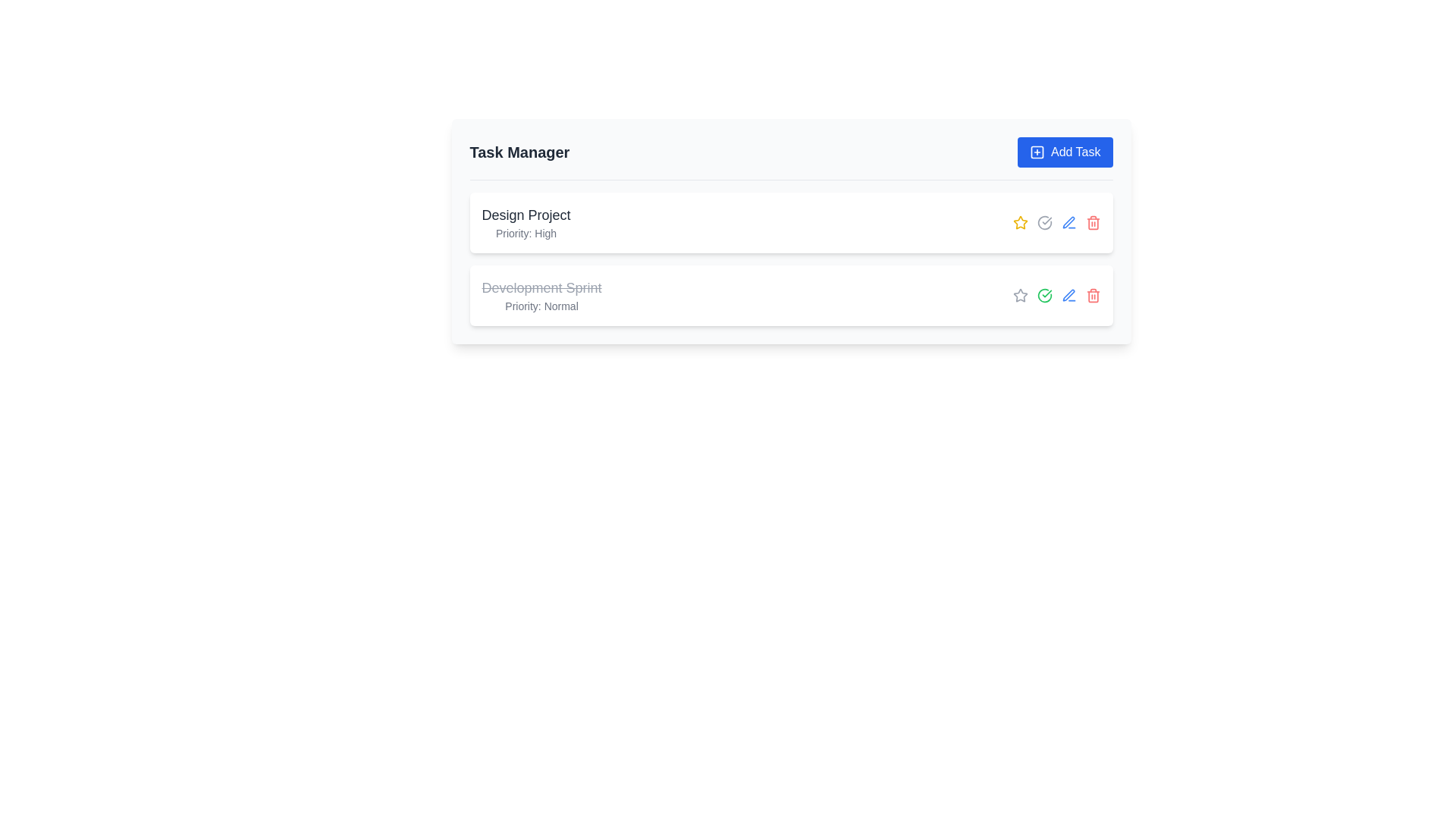 This screenshot has width=1456, height=819. I want to click on the button located at the top-right corner of the 'Task Manager' section to observe any hover effects, so click(1064, 152).